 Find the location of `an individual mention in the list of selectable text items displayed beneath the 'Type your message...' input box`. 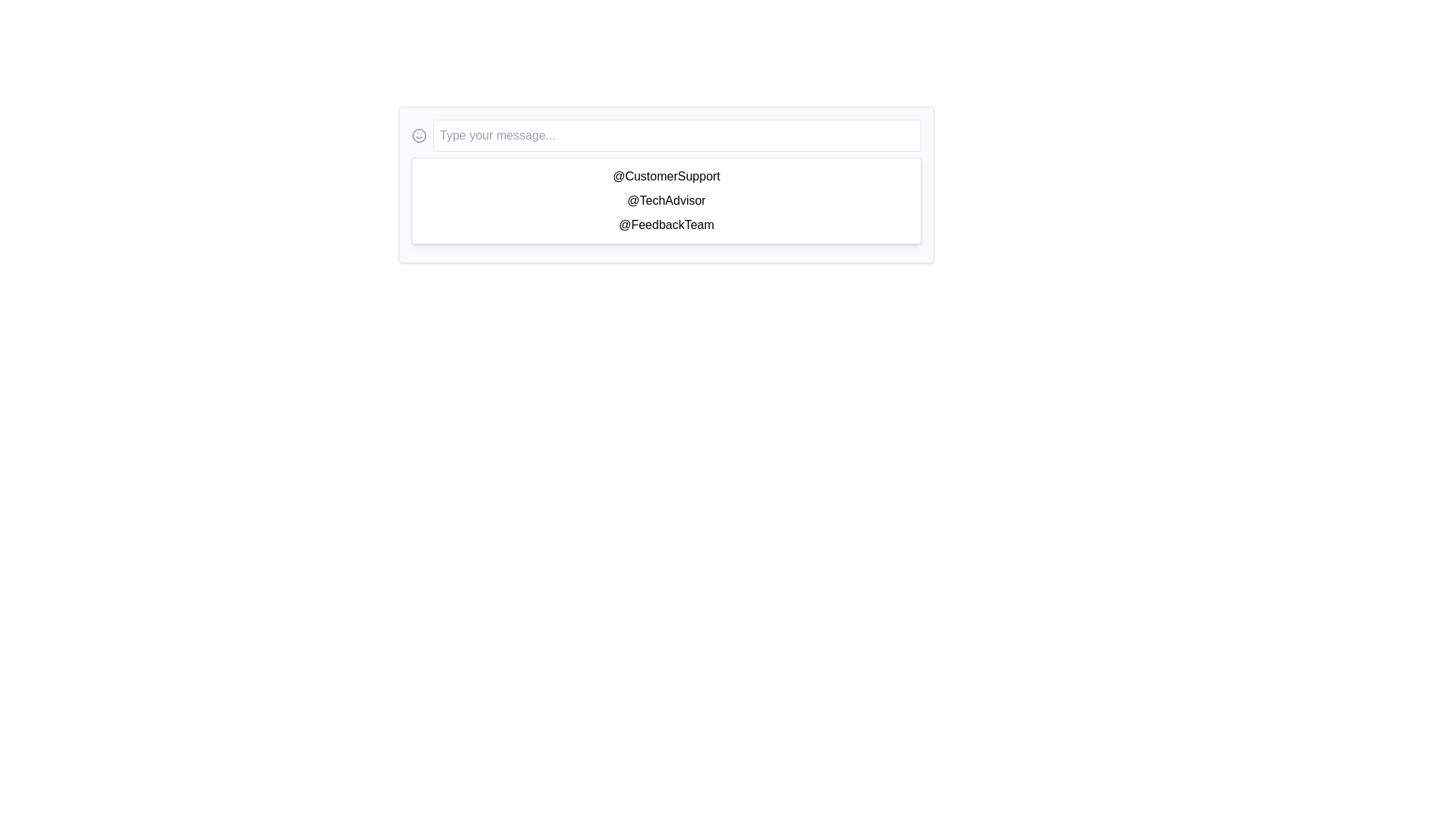

an individual mention in the list of selectable text items displayed beneath the 'Type your message...' input box is located at coordinates (666, 200).